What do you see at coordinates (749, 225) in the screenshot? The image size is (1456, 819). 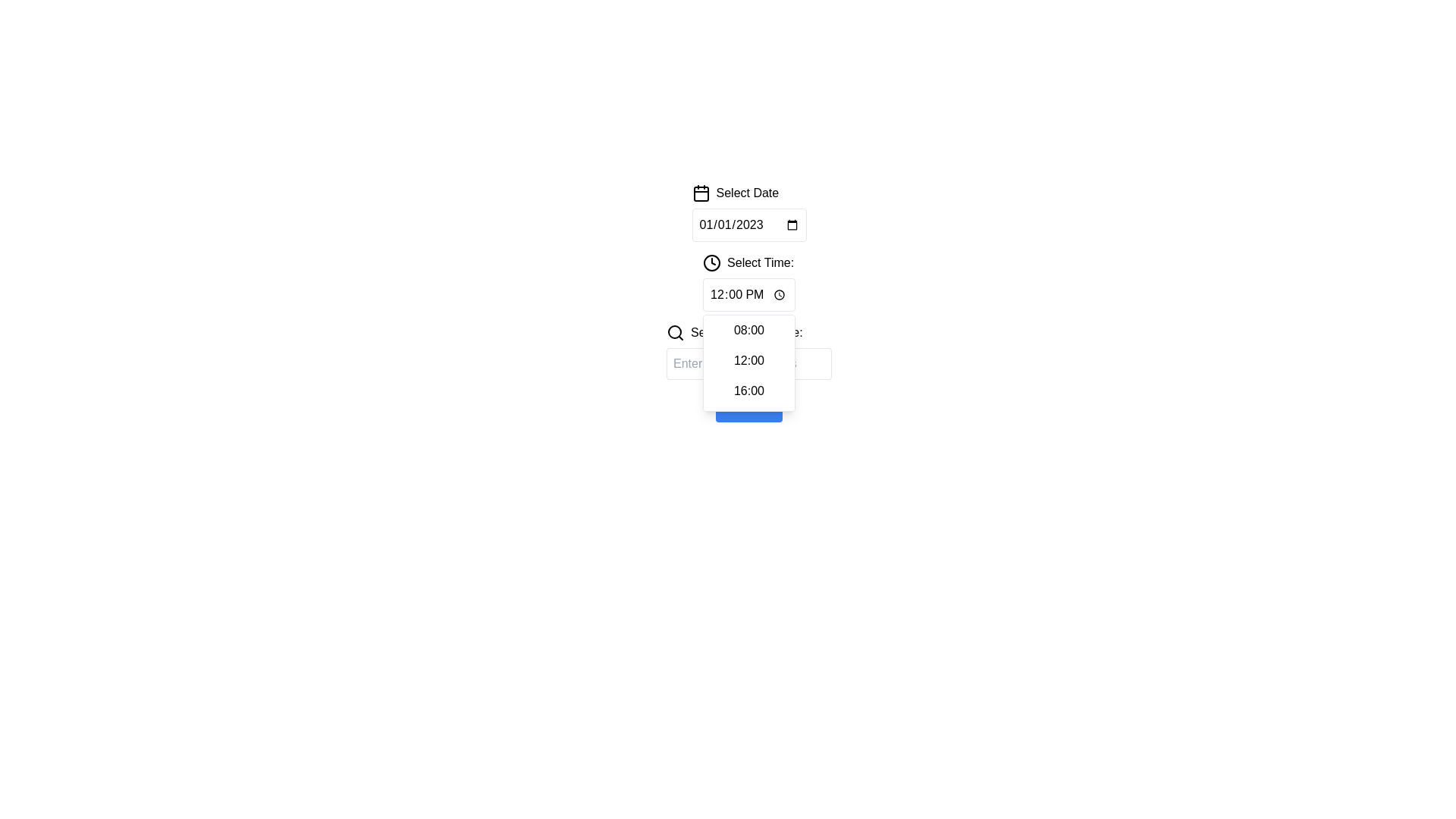 I see `the date input field that displays '01/01/2023', which is located below the 'Select Date' label and next to a calendar icon` at bounding box center [749, 225].